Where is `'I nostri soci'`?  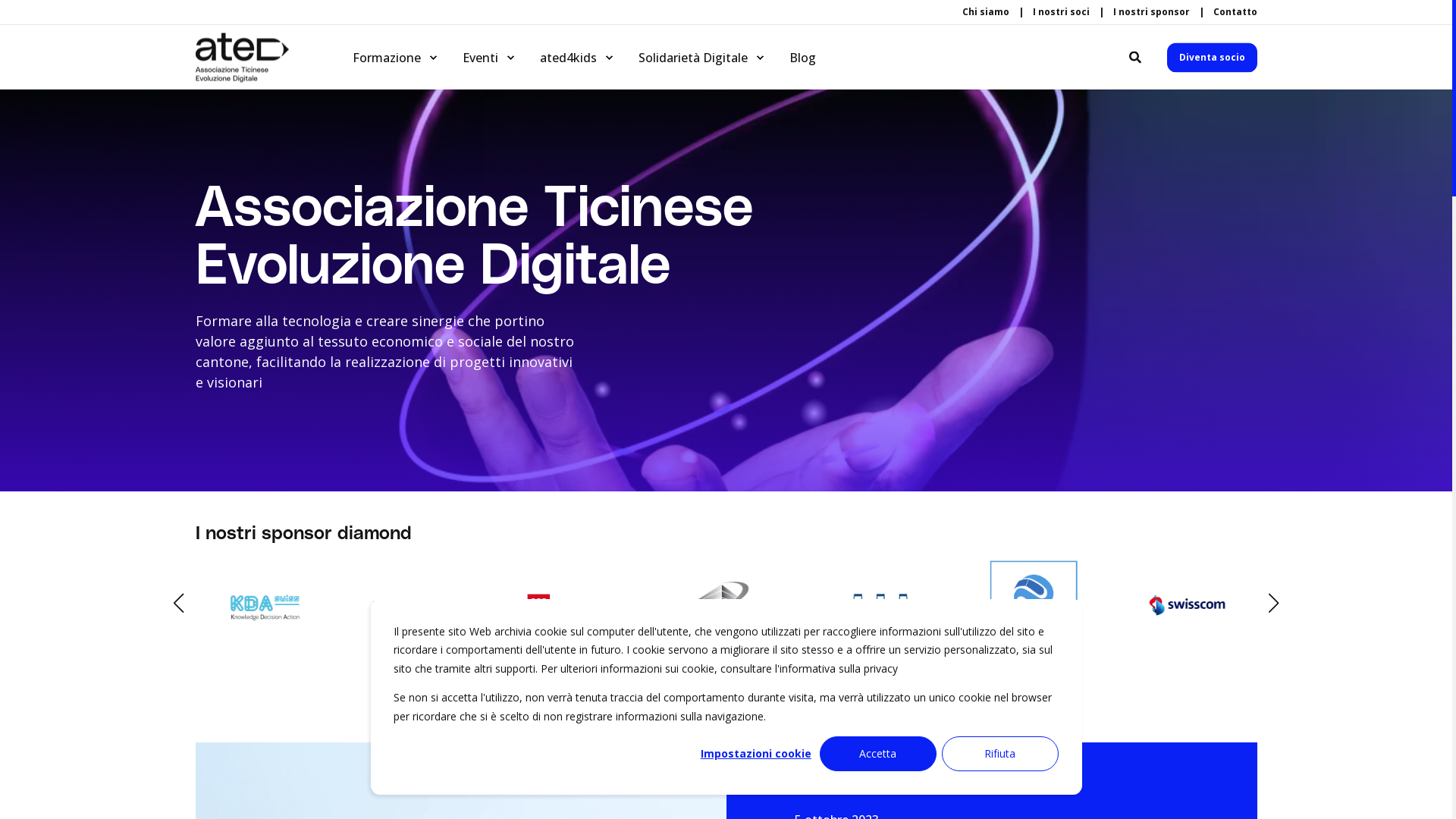 'I nostri soci' is located at coordinates (1060, 11).